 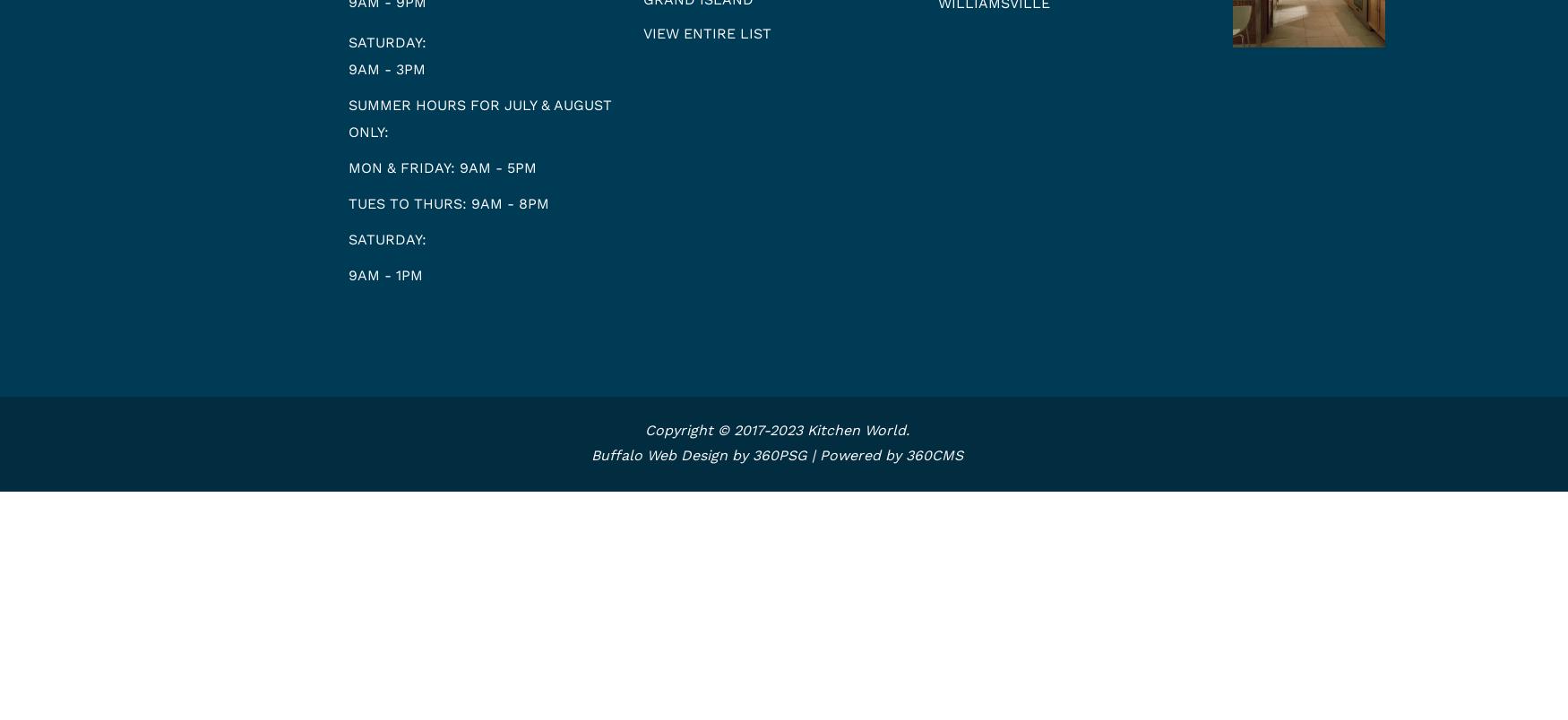 I want to click on 'Buffalo Web Design', so click(x=659, y=455).